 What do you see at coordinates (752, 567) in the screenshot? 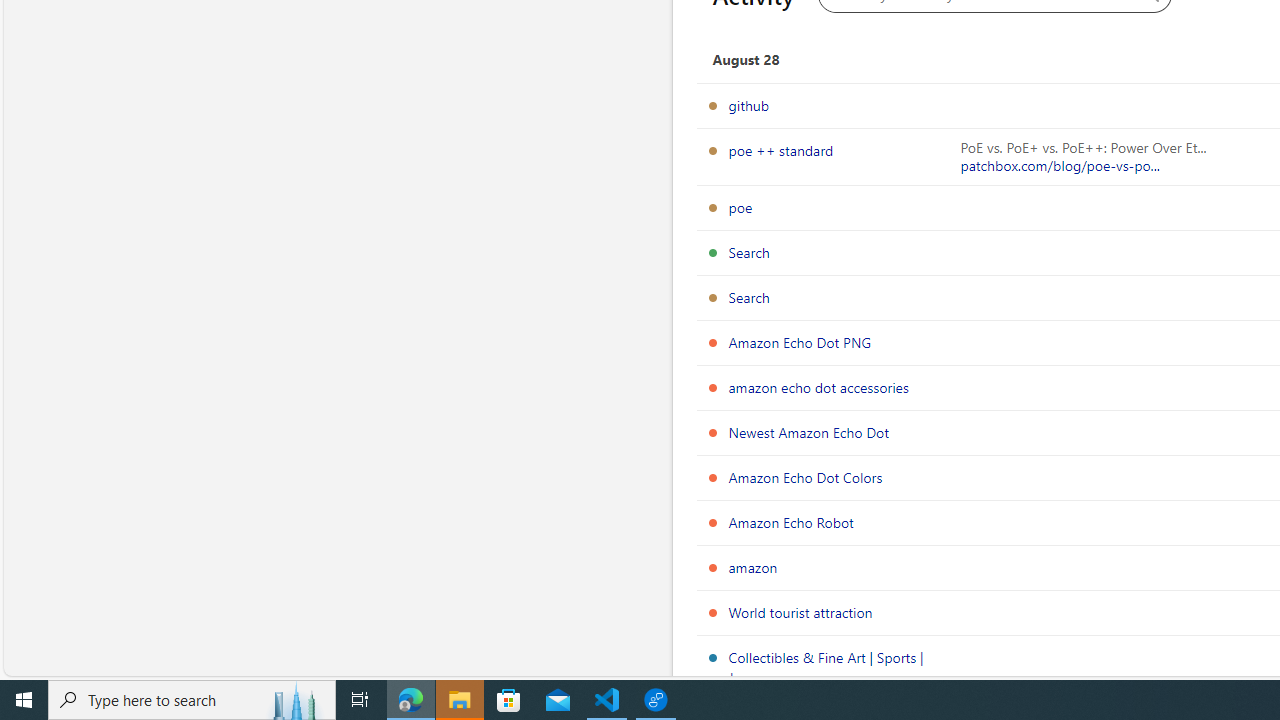
I see `'amazon'` at bounding box center [752, 567].